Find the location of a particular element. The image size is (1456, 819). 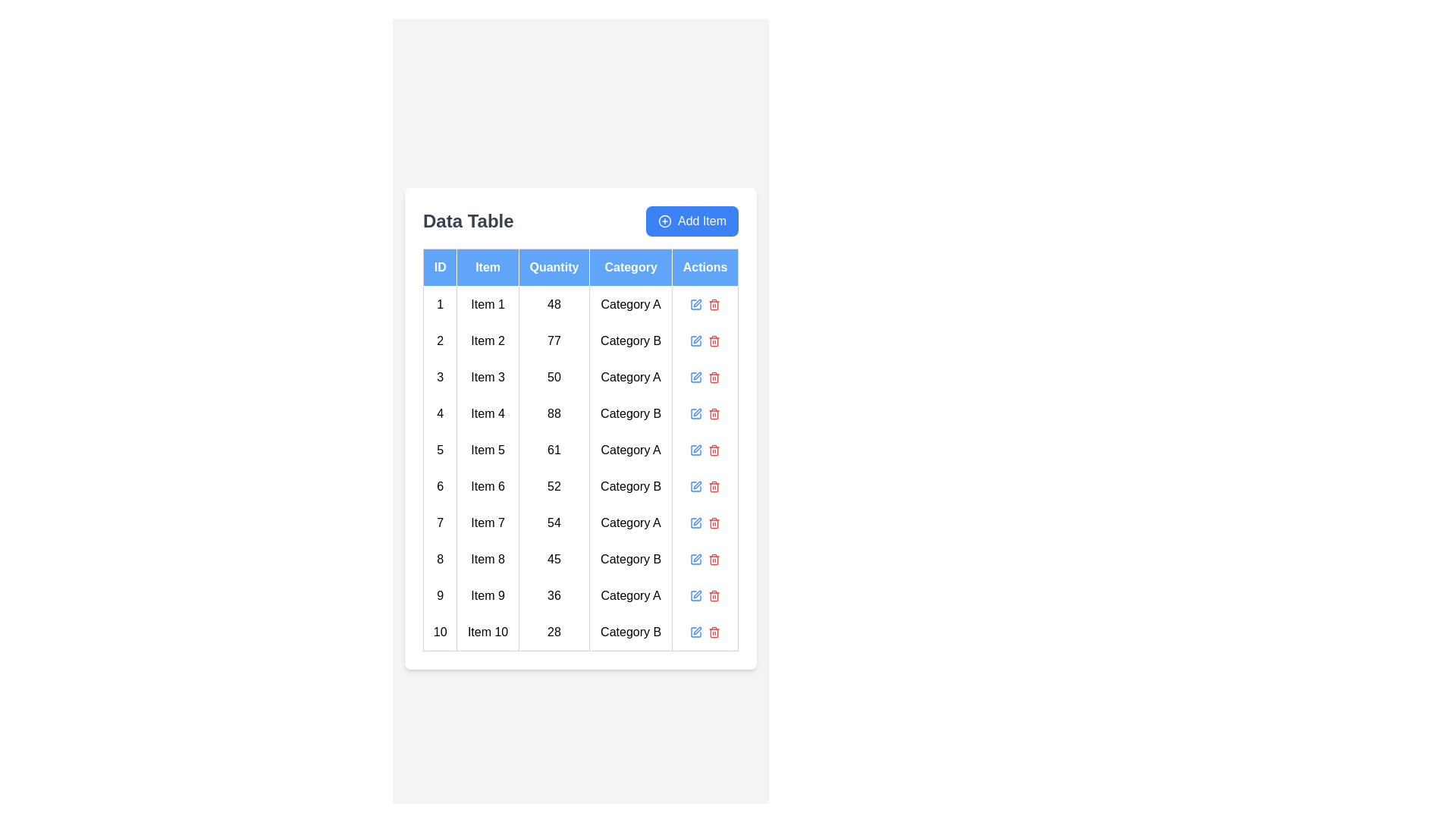

the numeral '1' displayed in the first column and first row of the 'Data Table' for interaction is located at coordinates (439, 304).